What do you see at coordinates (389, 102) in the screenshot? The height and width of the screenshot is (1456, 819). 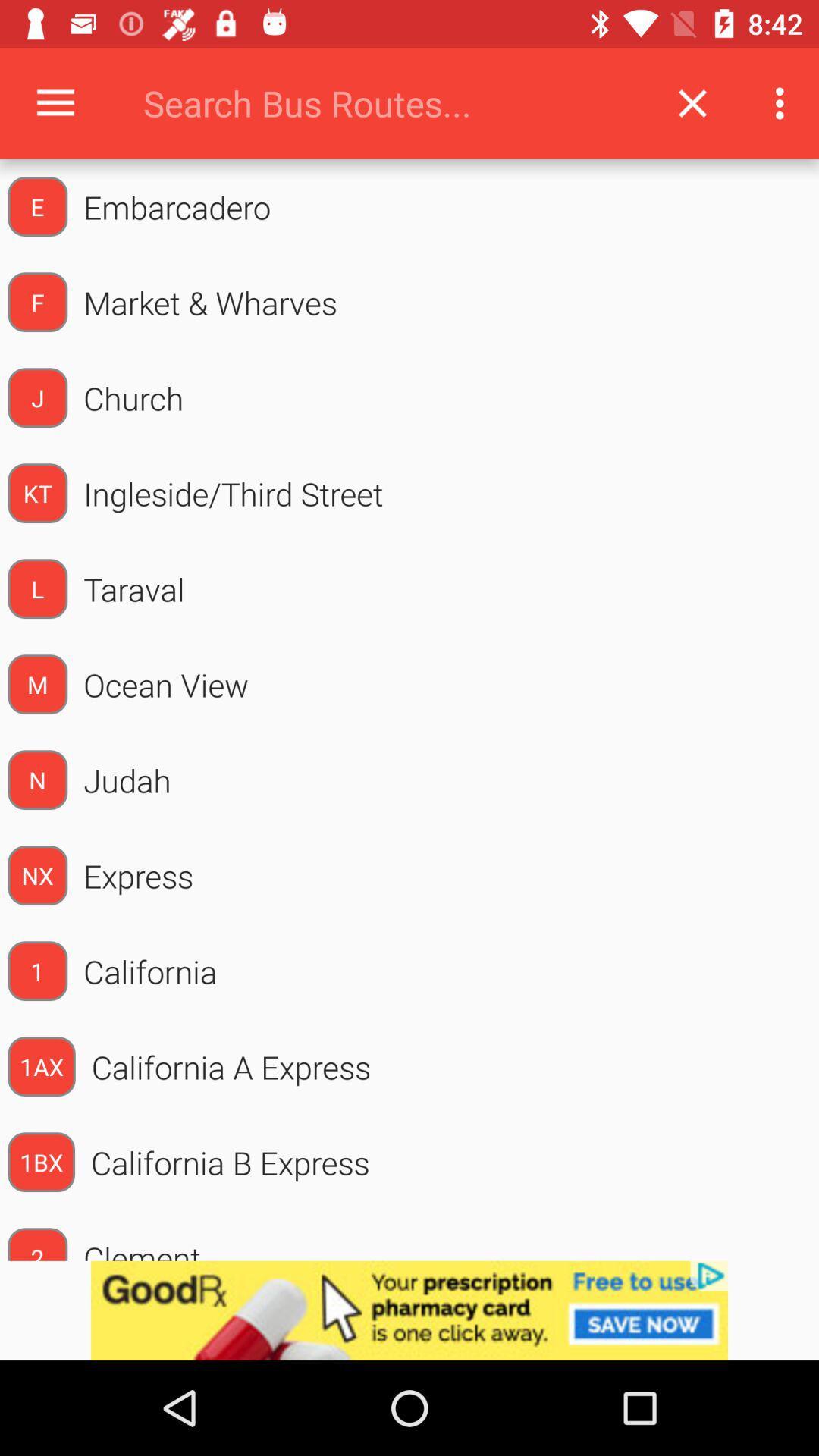 I see `search for bus routes` at bounding box center [389, 102].